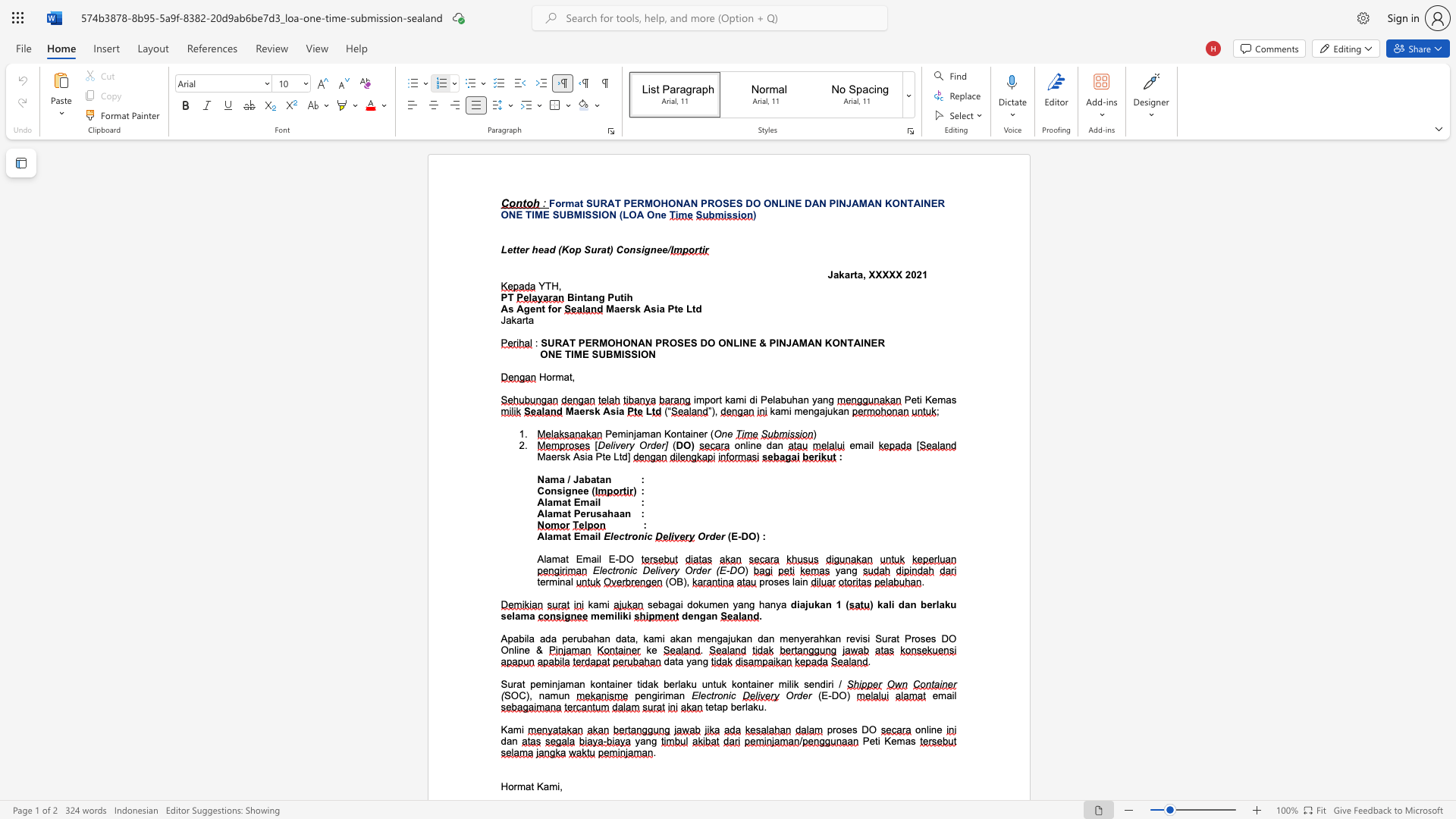 Image resolution: width=1456 pixels, height=819 pixels. I want to click on the space between the continuous character "l" and "i" in the text, so click(748, 444).